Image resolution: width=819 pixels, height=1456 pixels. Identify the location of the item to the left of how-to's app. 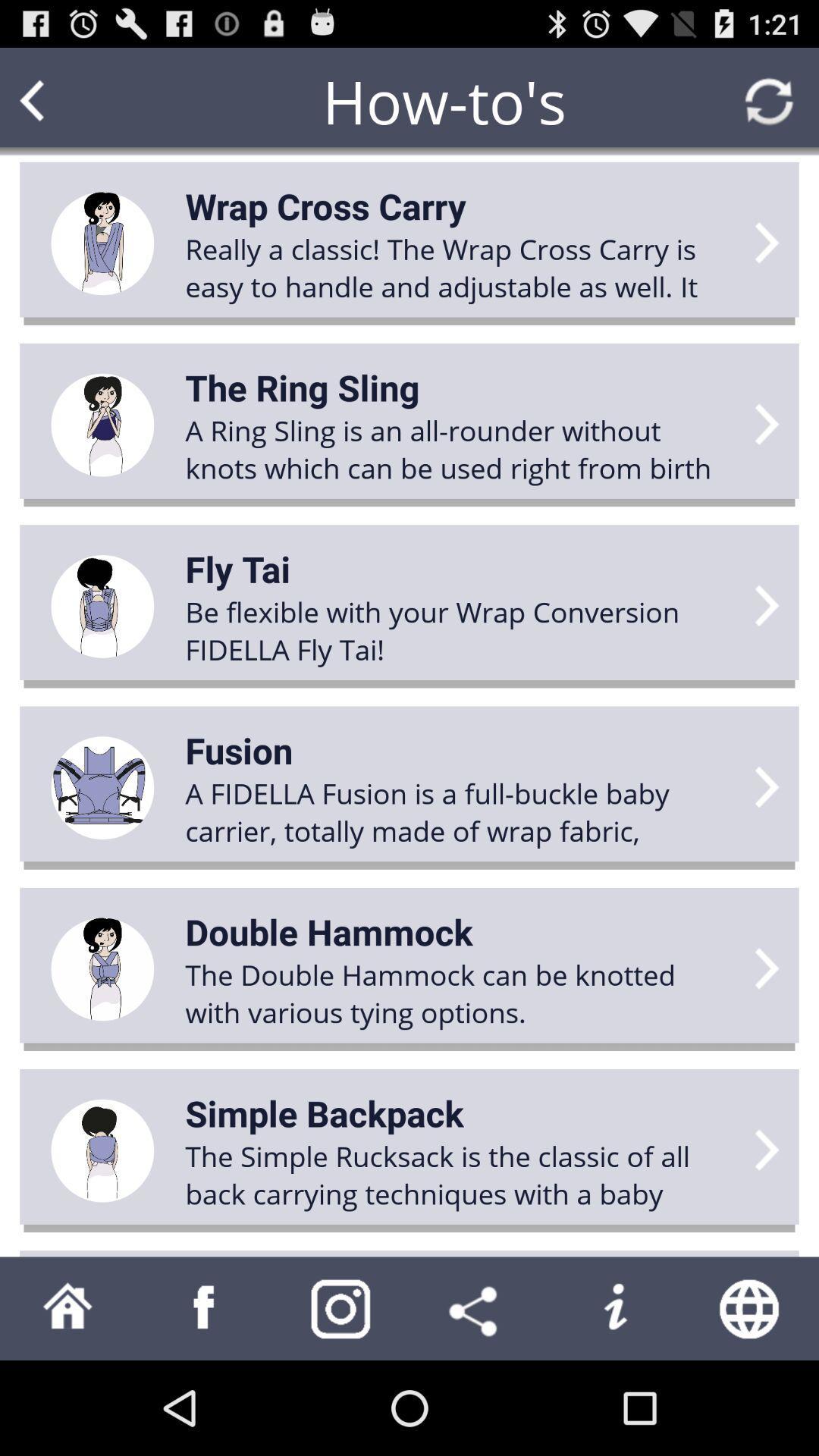
(61, 100).